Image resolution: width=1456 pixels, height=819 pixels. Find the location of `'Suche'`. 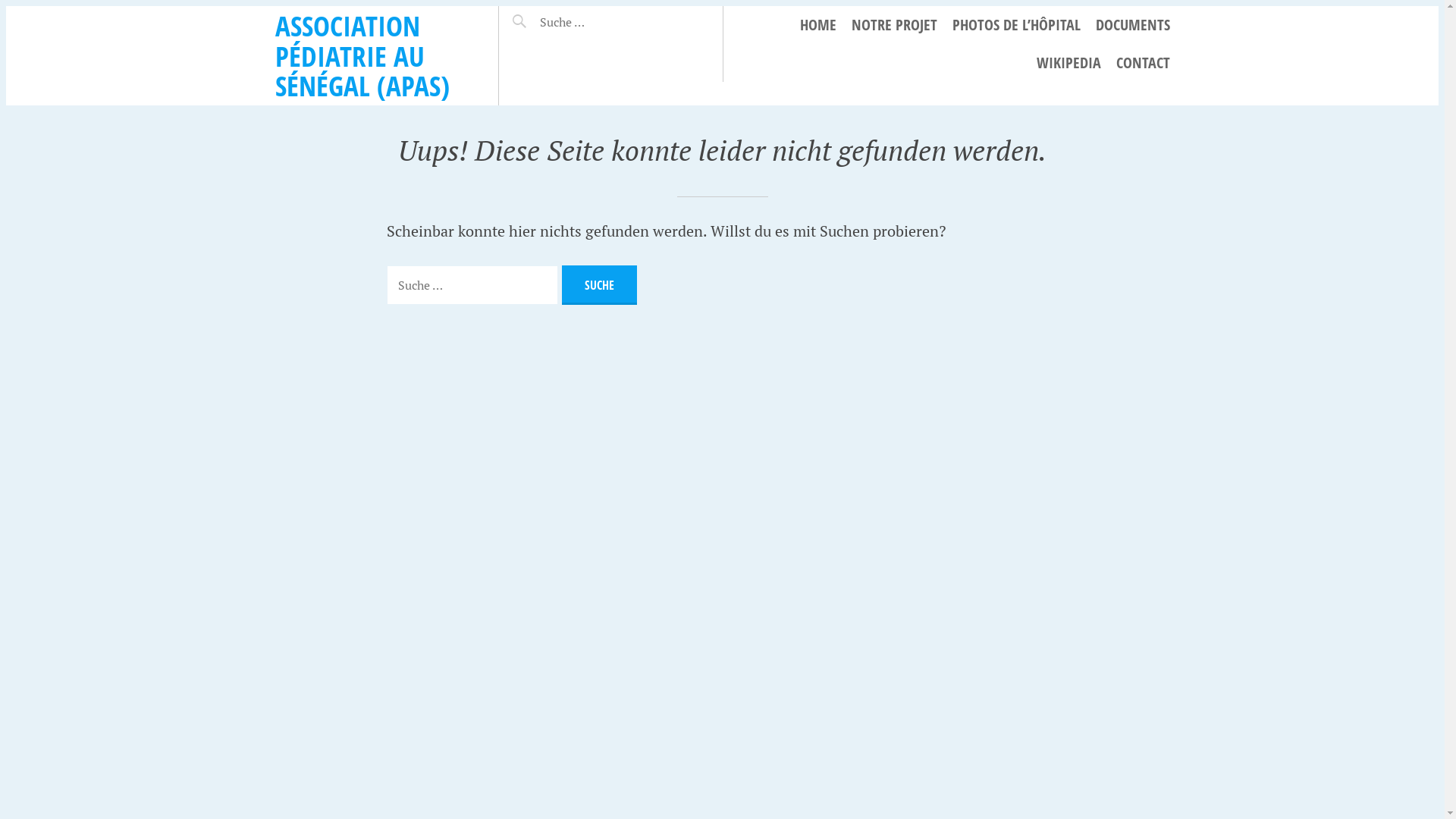

'Suche' is located at coordinates (598, 284).